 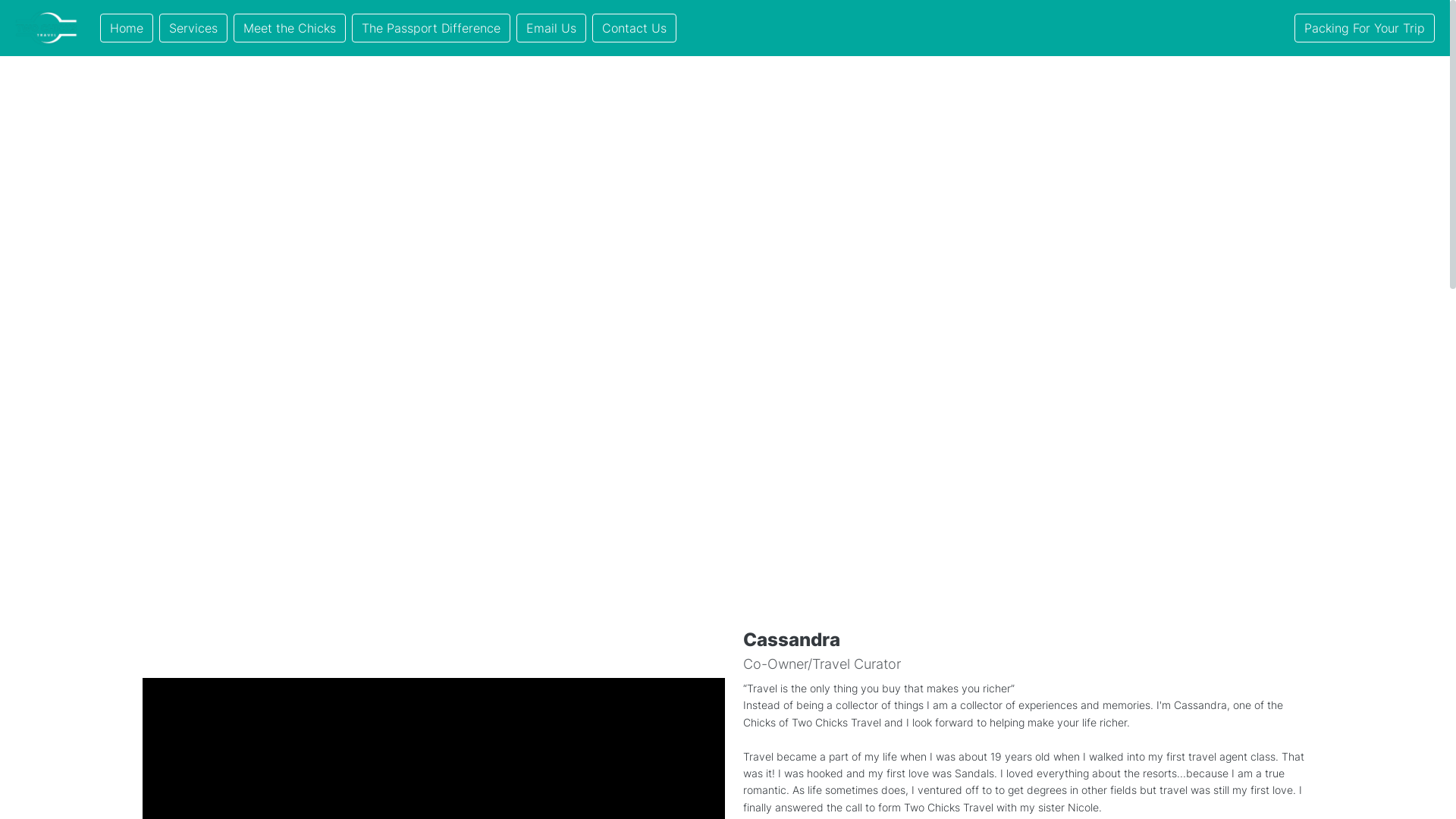 I want to click on 'Meet the Chicks', so click(x=290, y=28).